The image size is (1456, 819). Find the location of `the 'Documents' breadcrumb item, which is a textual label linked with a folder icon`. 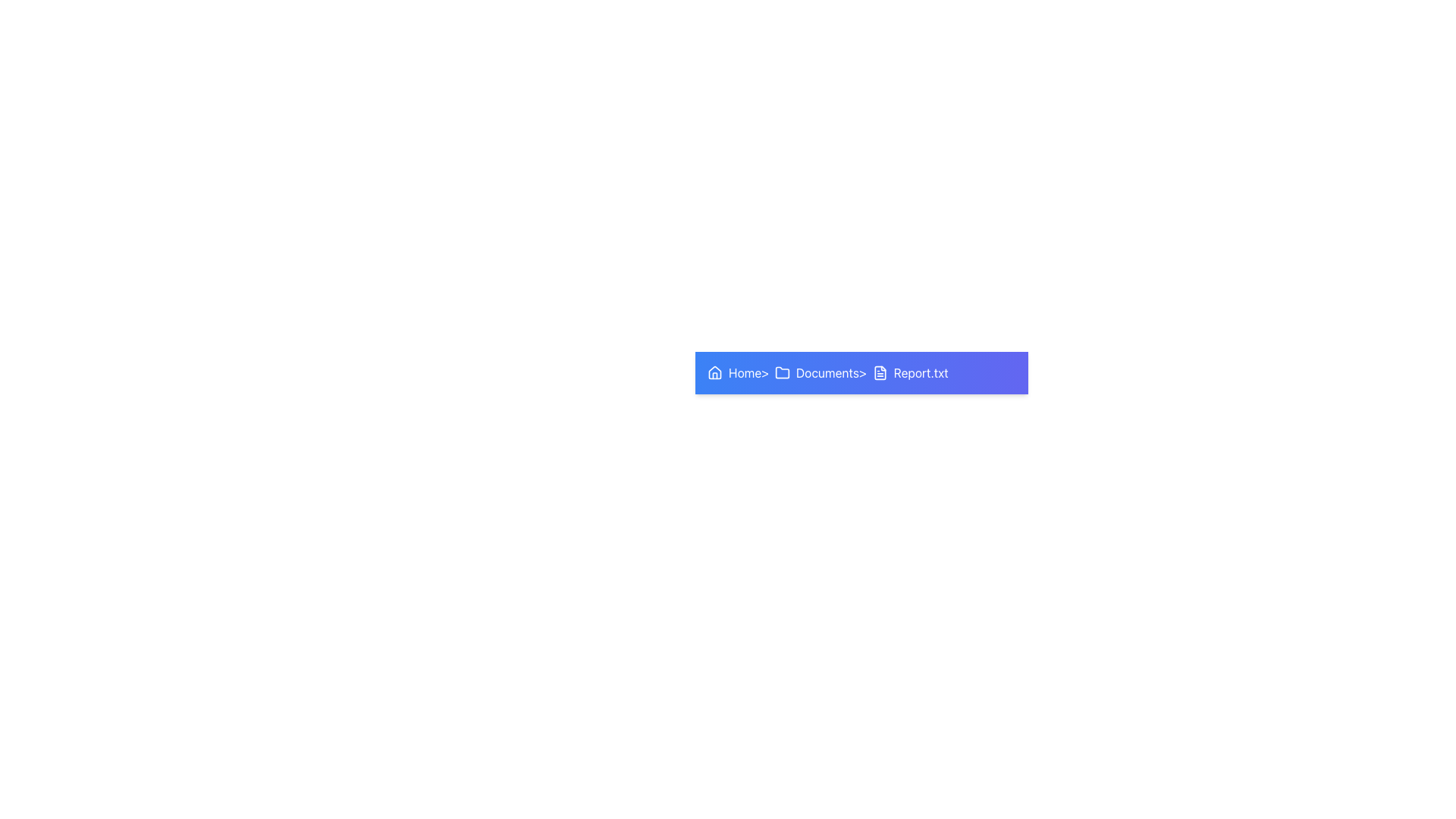

the 'Documents' breadcrumb item, which is a textual label linked with a folder icon is located at coordinates (816, 373).